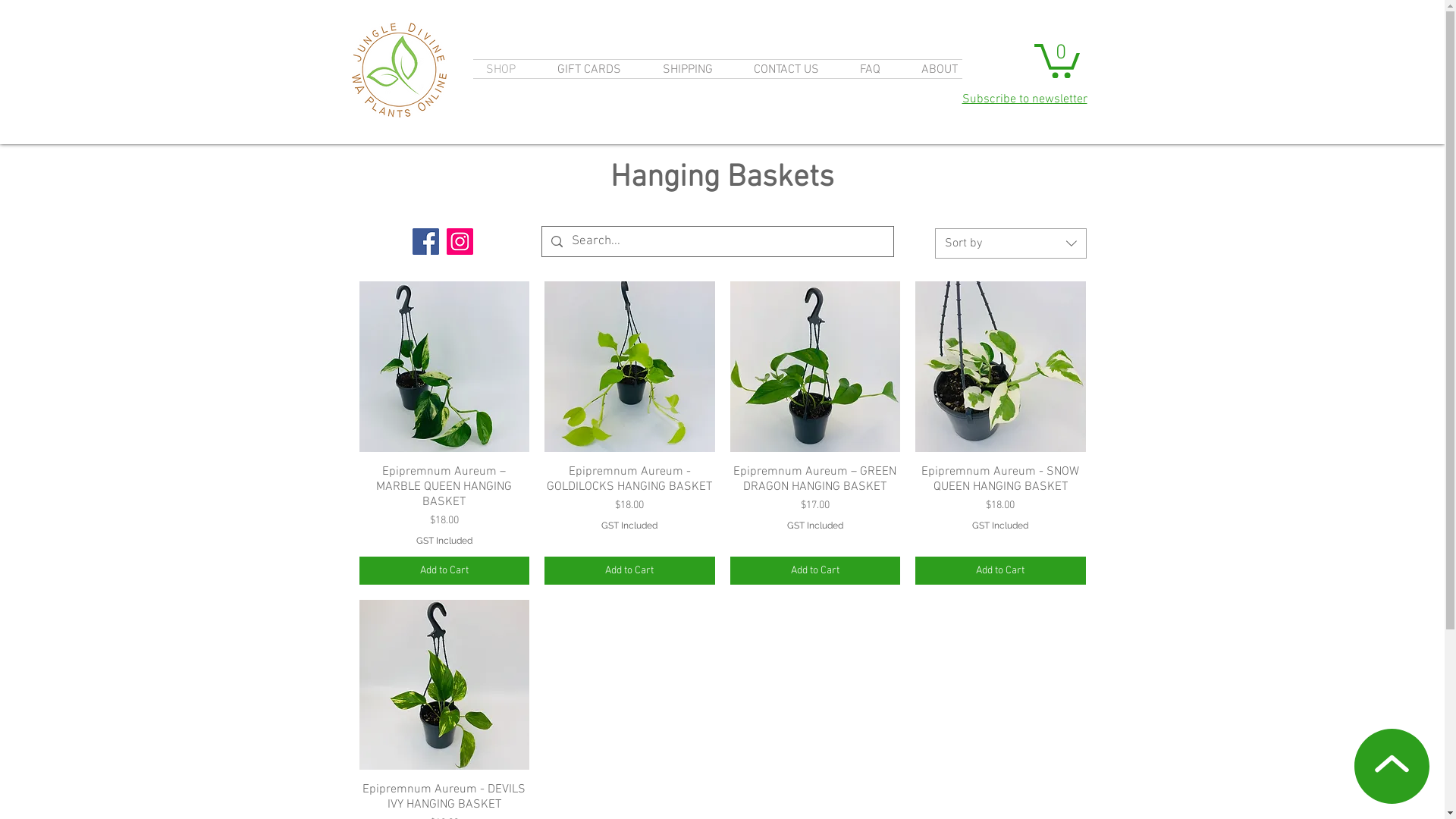 The image size is (1456, 819). Describe the element at coordinates (1056, 58) in the screenshot. I see `'0'` at that location.